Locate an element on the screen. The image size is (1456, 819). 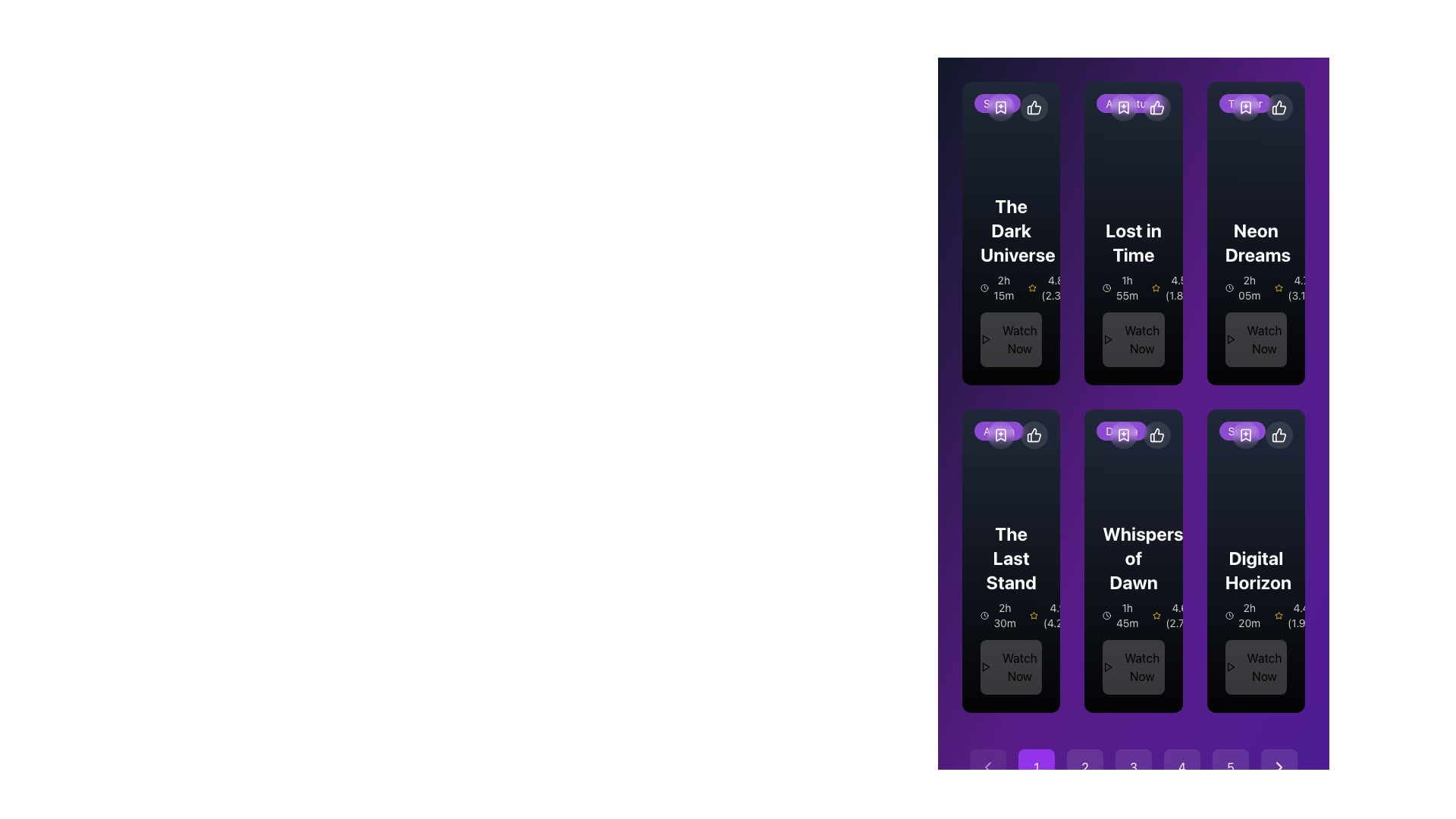
the label displaying '2h 15m' with a clock icon is located at coordinates (998, 288).